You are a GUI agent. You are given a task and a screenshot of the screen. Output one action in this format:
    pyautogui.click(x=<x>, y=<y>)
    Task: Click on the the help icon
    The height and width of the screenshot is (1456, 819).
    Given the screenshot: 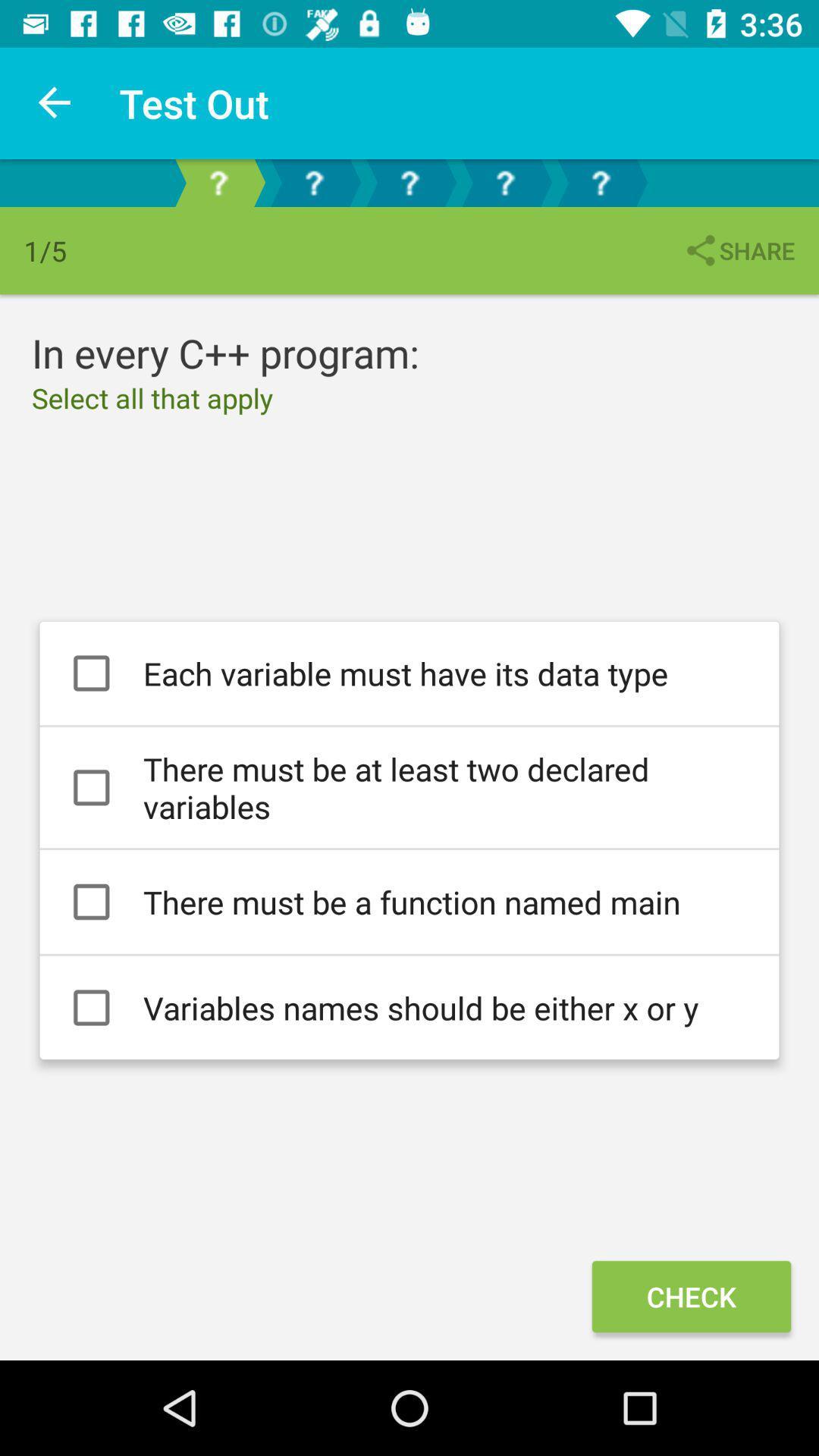 What is the action you would take?
    pyautogui.click(x=218, y=182)
    